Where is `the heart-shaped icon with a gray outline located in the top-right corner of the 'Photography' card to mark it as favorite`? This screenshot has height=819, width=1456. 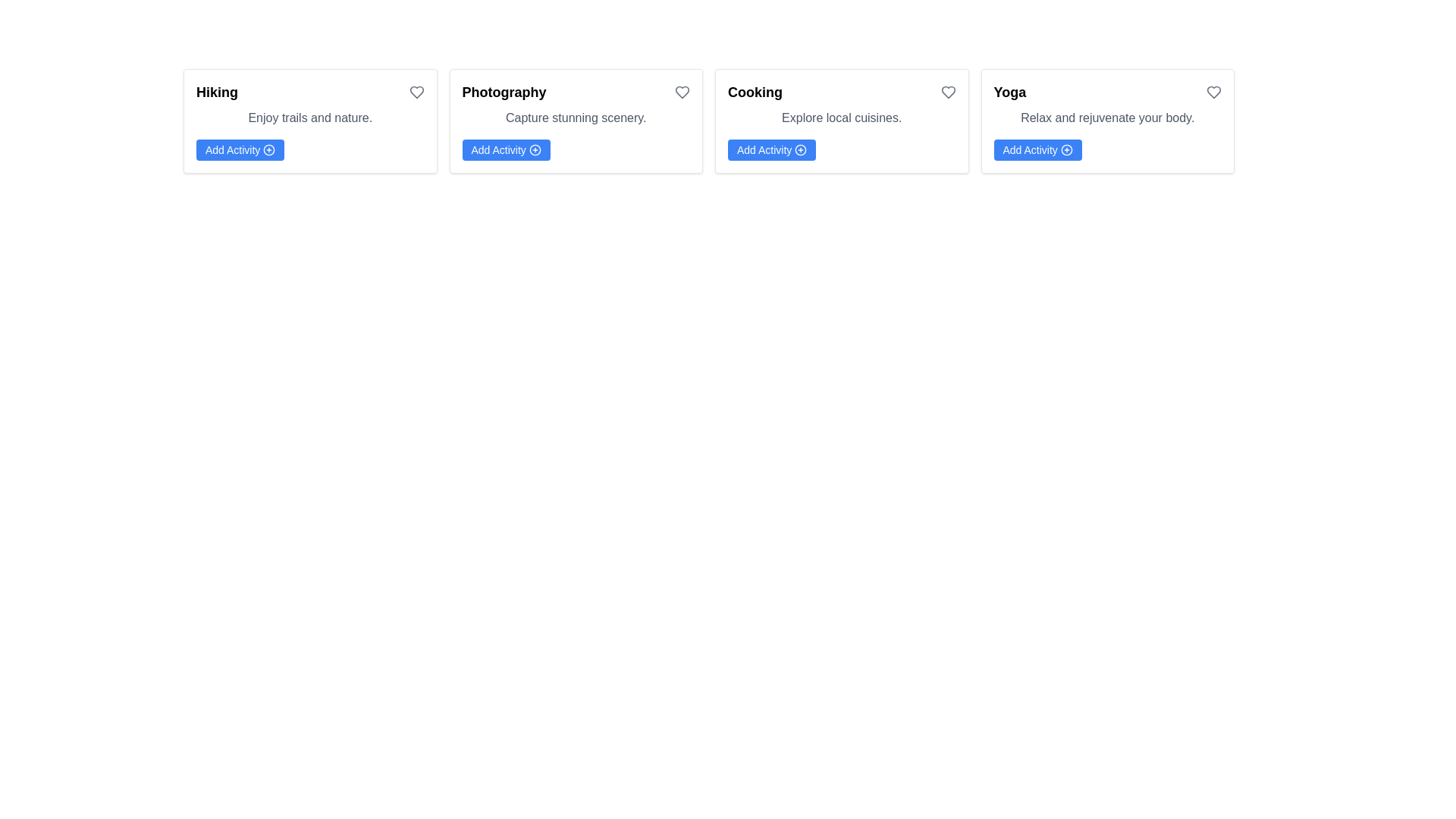 the heart-shaped icon with a gray outline located in the top-right corner of the 'Photography' card to mark it as favorite is located at coordinates (682, 93).